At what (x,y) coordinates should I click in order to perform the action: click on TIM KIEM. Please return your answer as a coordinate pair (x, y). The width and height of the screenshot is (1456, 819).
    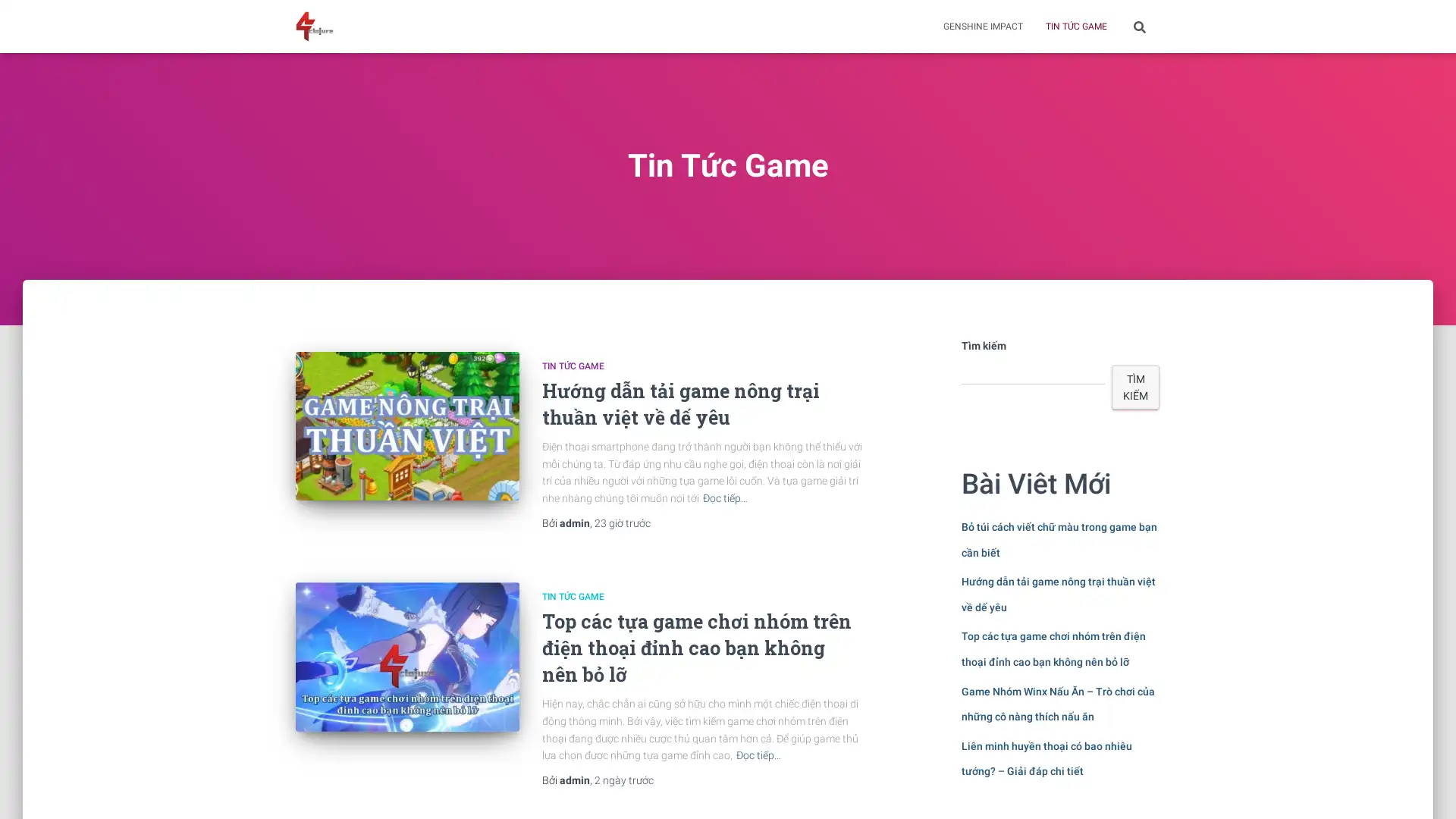
    Looking at the image, I should click on (1135, 386).